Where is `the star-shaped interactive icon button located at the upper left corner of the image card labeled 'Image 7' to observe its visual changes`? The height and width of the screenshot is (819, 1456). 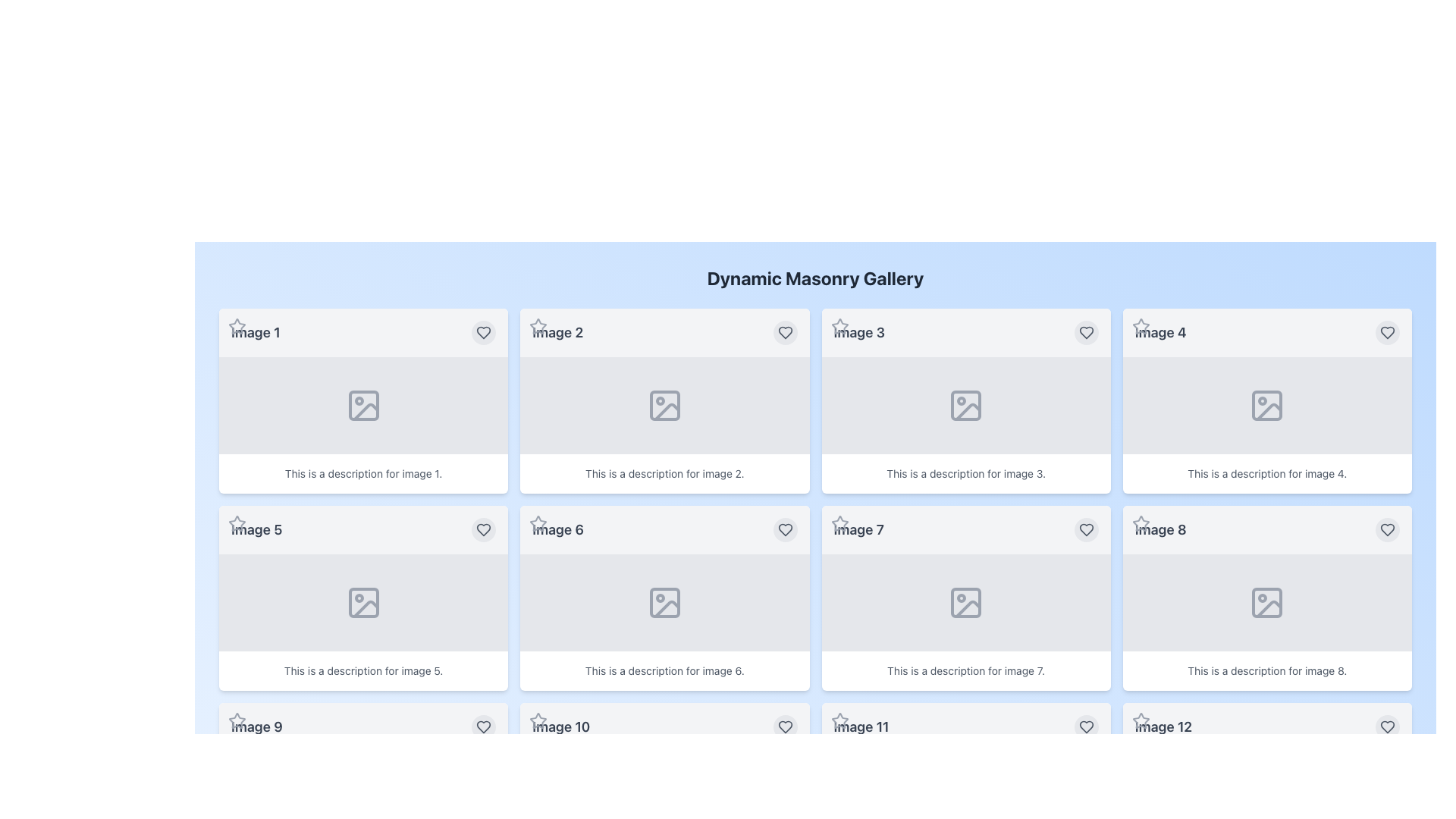
the star-shaped interactive icon button located at the upper left corner of the image card labeled 'Image 7' to observe its visual changes is located at coordinates (839, 522).